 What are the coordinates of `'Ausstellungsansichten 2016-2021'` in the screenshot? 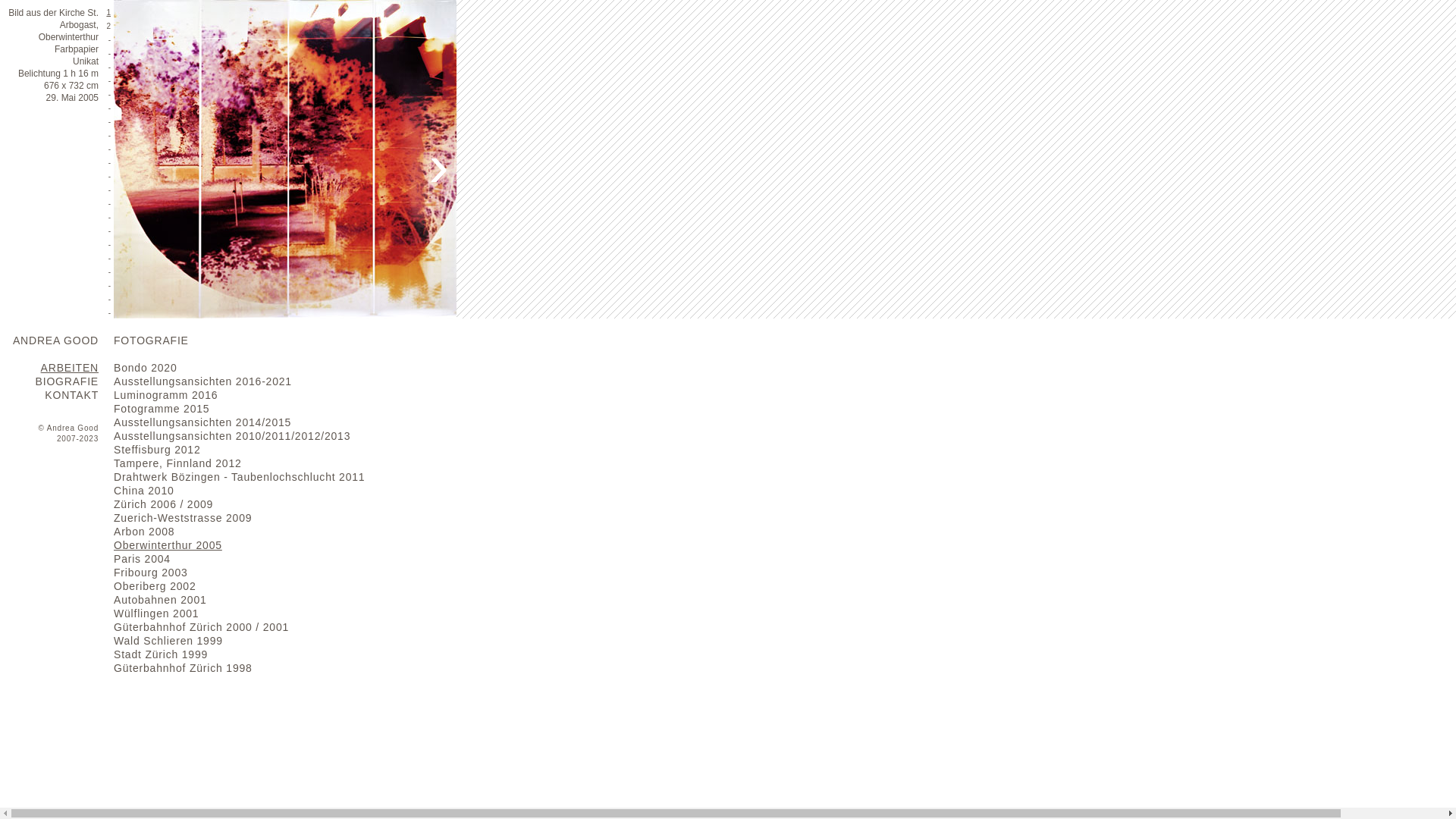 It's located at (202, 380).